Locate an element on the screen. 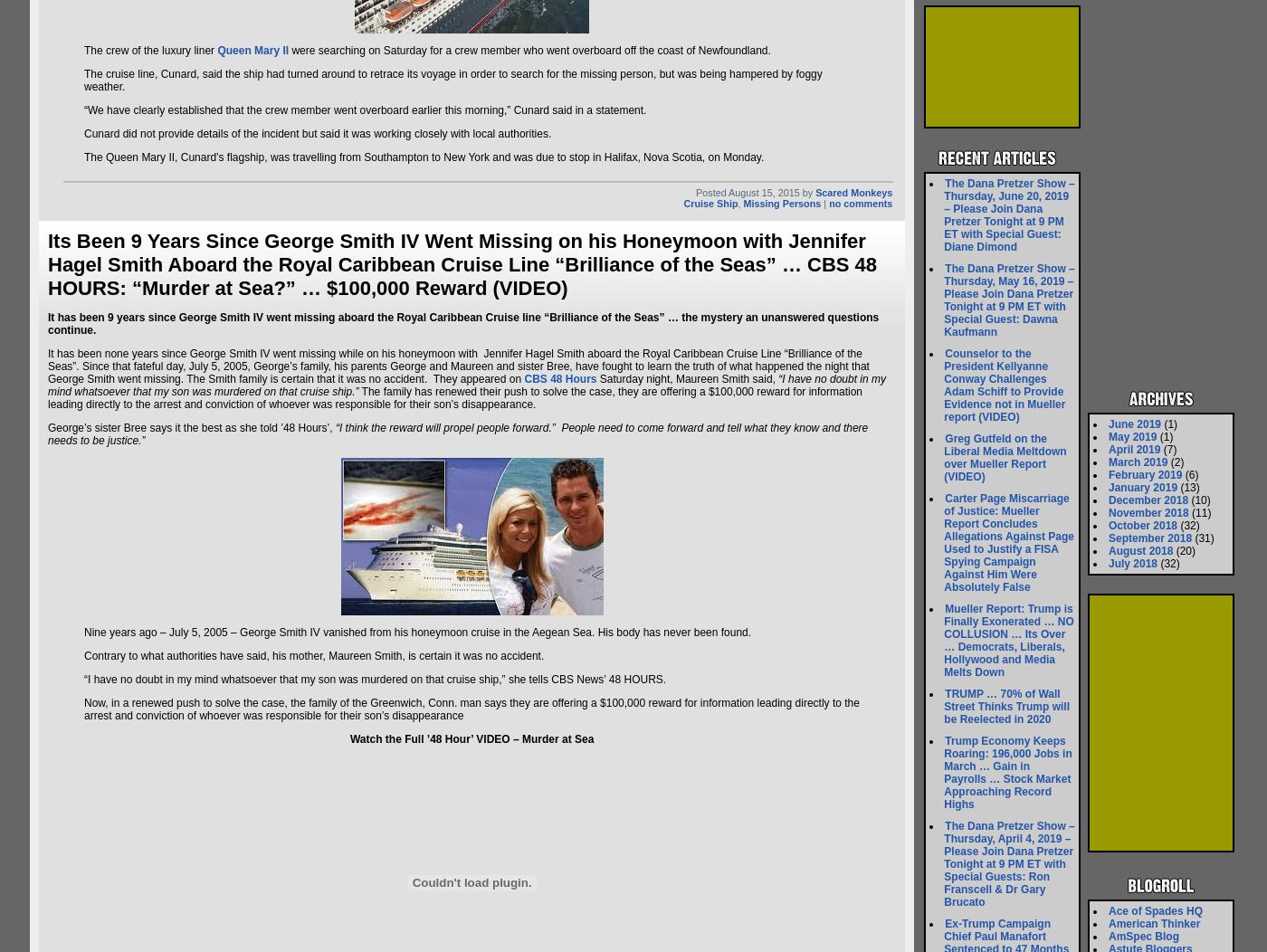 Image resolution: width=1267 pixels, height=952 pixels. 'The Dana Pretzer Show – Thursday, May 16, 2019 – Please Join Dana Pretzer Tonight at 9 PM ET with Special Guest: Dawna Kaufmann' is located at coordinates (1008, 300).